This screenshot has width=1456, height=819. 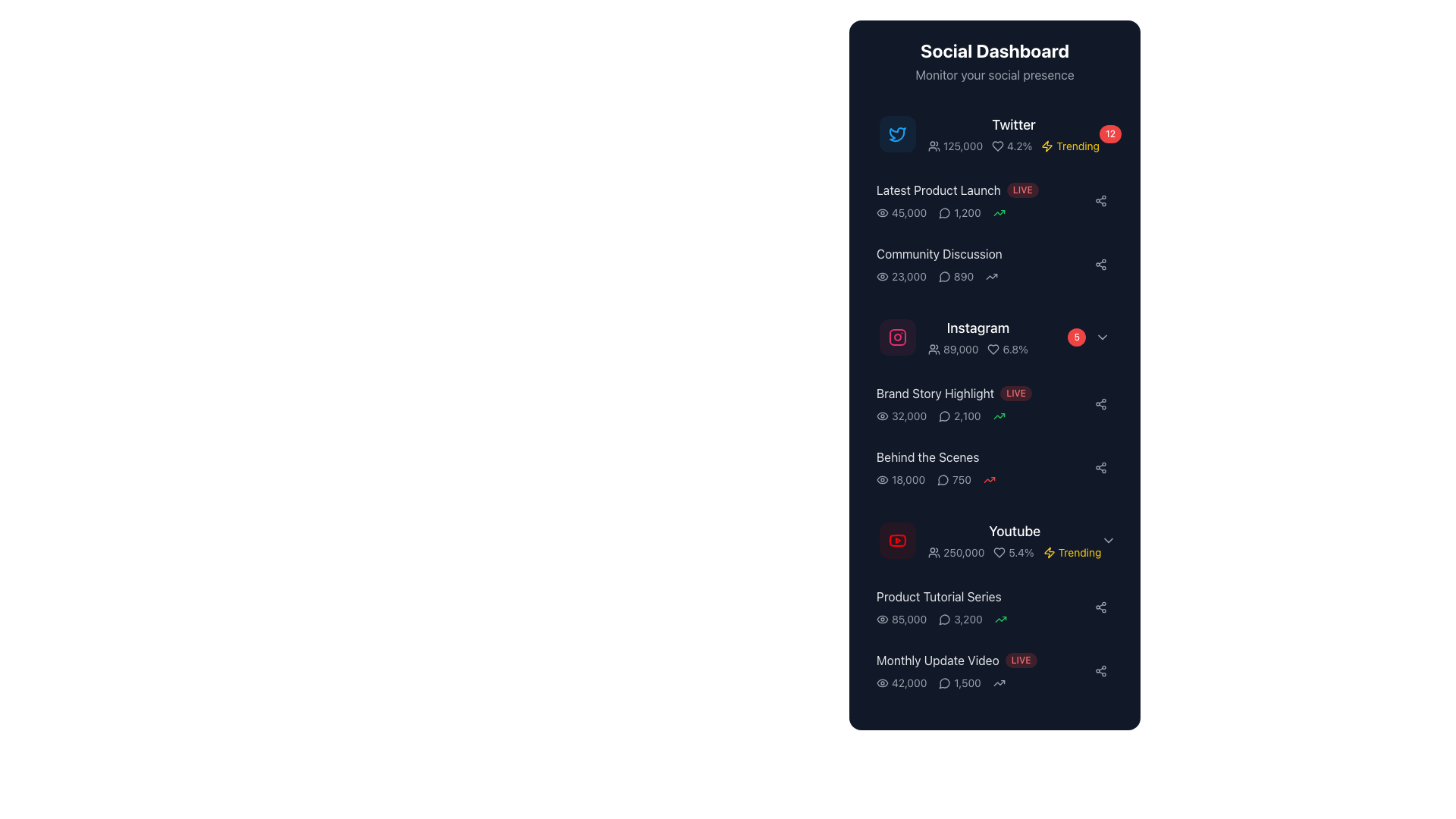 I want to click on the eye icon representing the visibility or view count indicator located to the left of the '42,000' label in the 'Monthly Update Video' section at the bottom of the list, so click(x=882, y=683).